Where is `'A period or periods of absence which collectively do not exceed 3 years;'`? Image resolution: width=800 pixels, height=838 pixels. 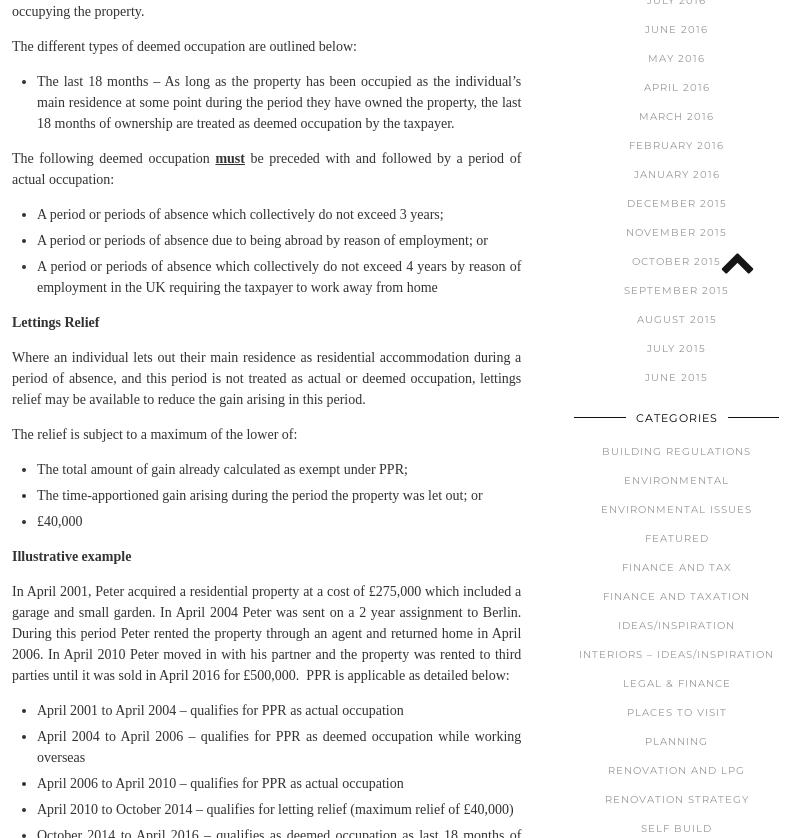 'A period or periods of absence which collectively do not exceed 3 years;' is located at coordinates (35, 212).